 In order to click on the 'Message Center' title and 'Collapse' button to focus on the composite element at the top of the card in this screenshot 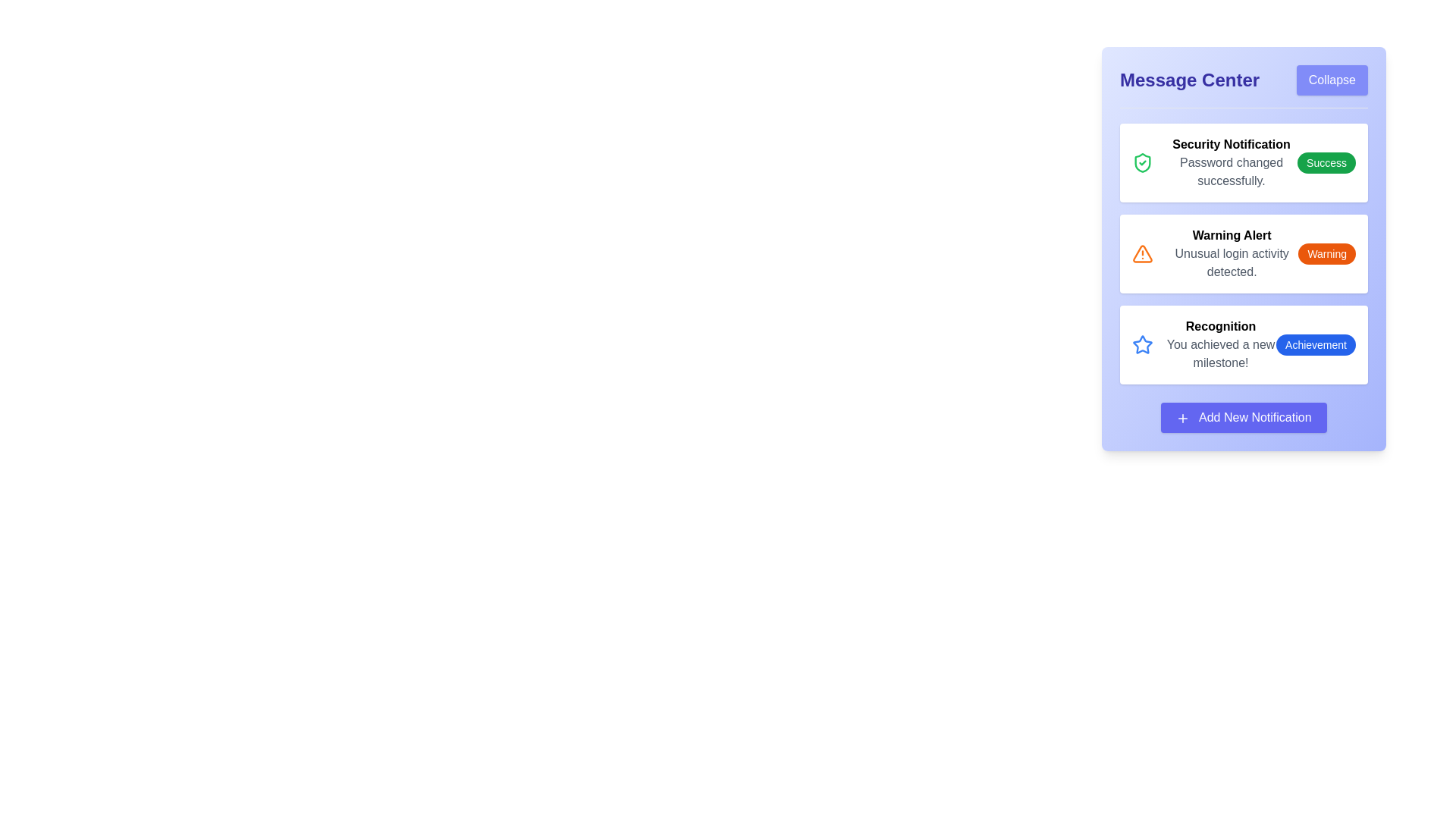, I will do `click(1244, 86)`.